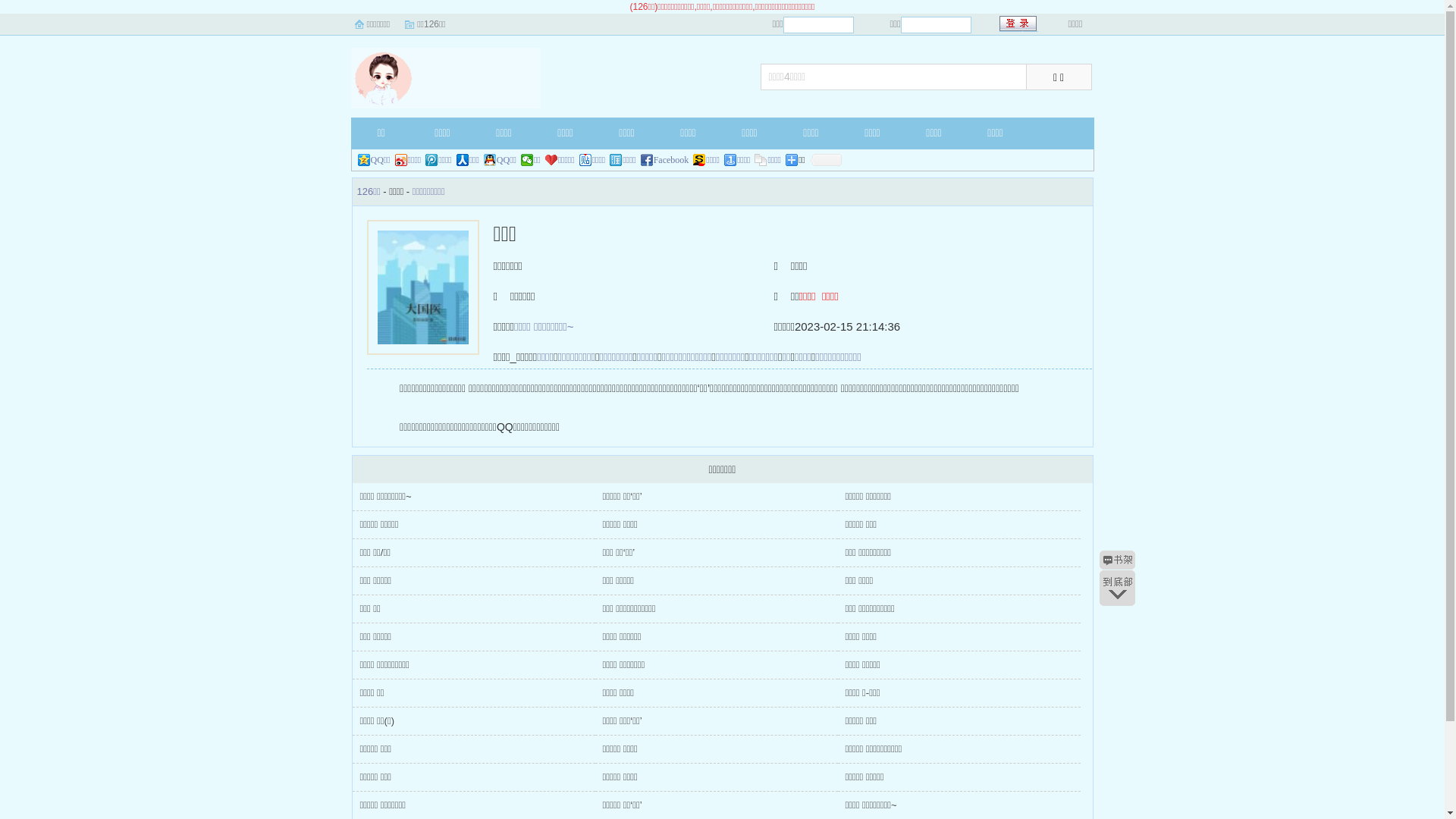 This screenshot has height=819, width=1456. Describe the element at coordinates (665, 160) in the screenshot. I see `'Facebook'` at that location.